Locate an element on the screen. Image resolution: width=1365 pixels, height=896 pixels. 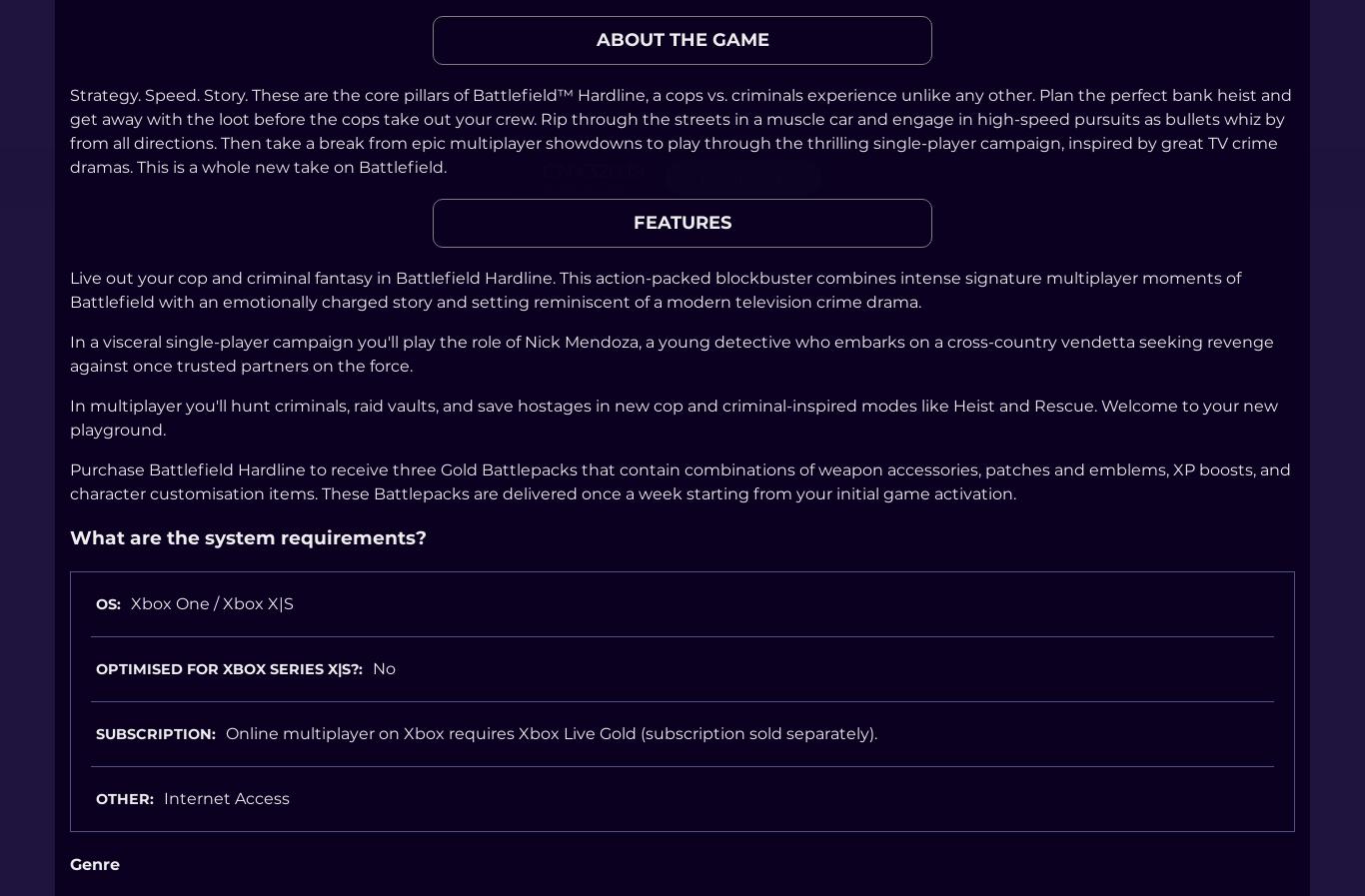
'CN¥320.19' is located at coordinates (592, 168).